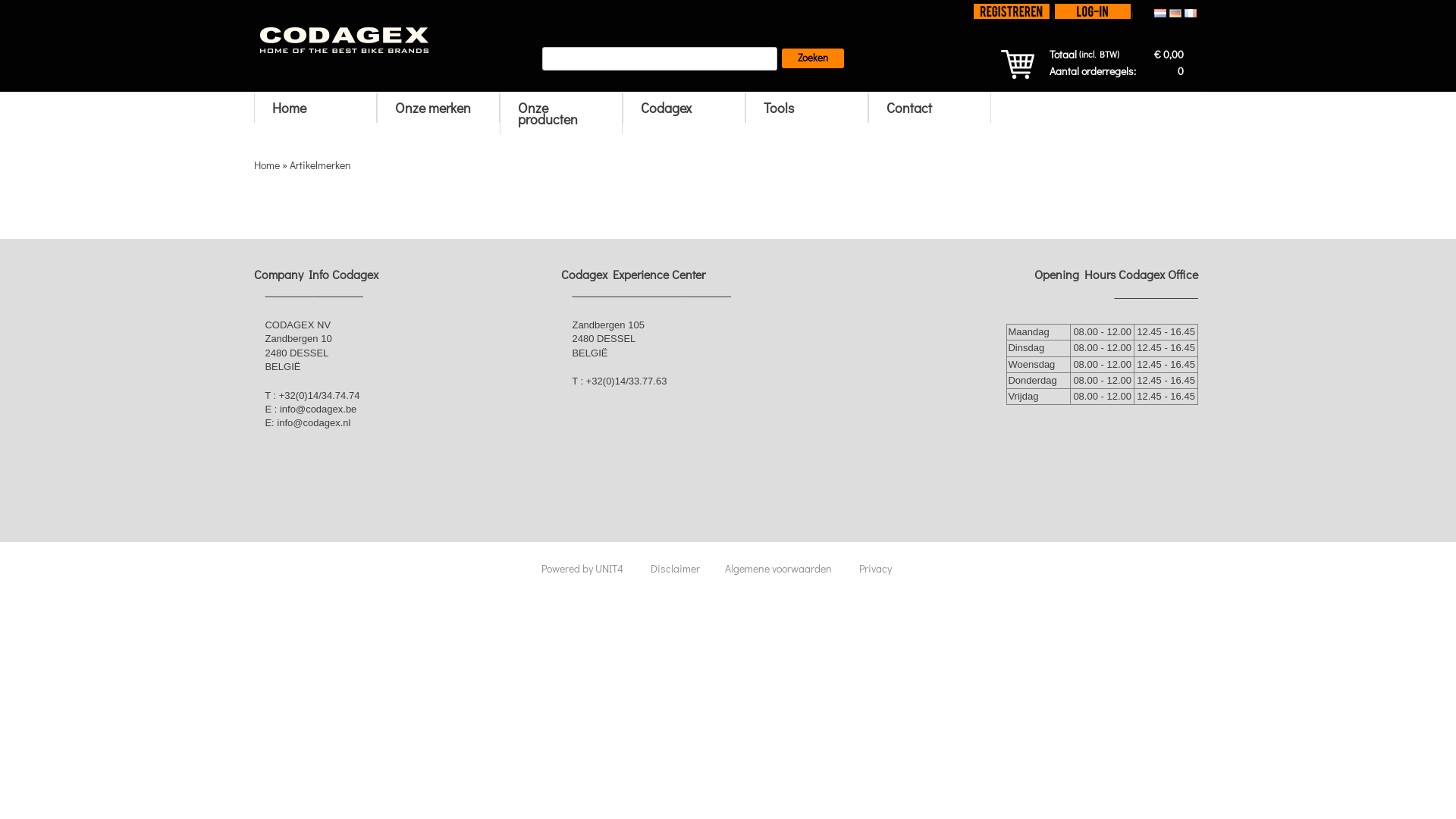 The image size is (1456, 819). What do you see at coordinates (317, 408) in the screenshot?
I see `'info@codagex.be'` at bounding box center [317, 408].